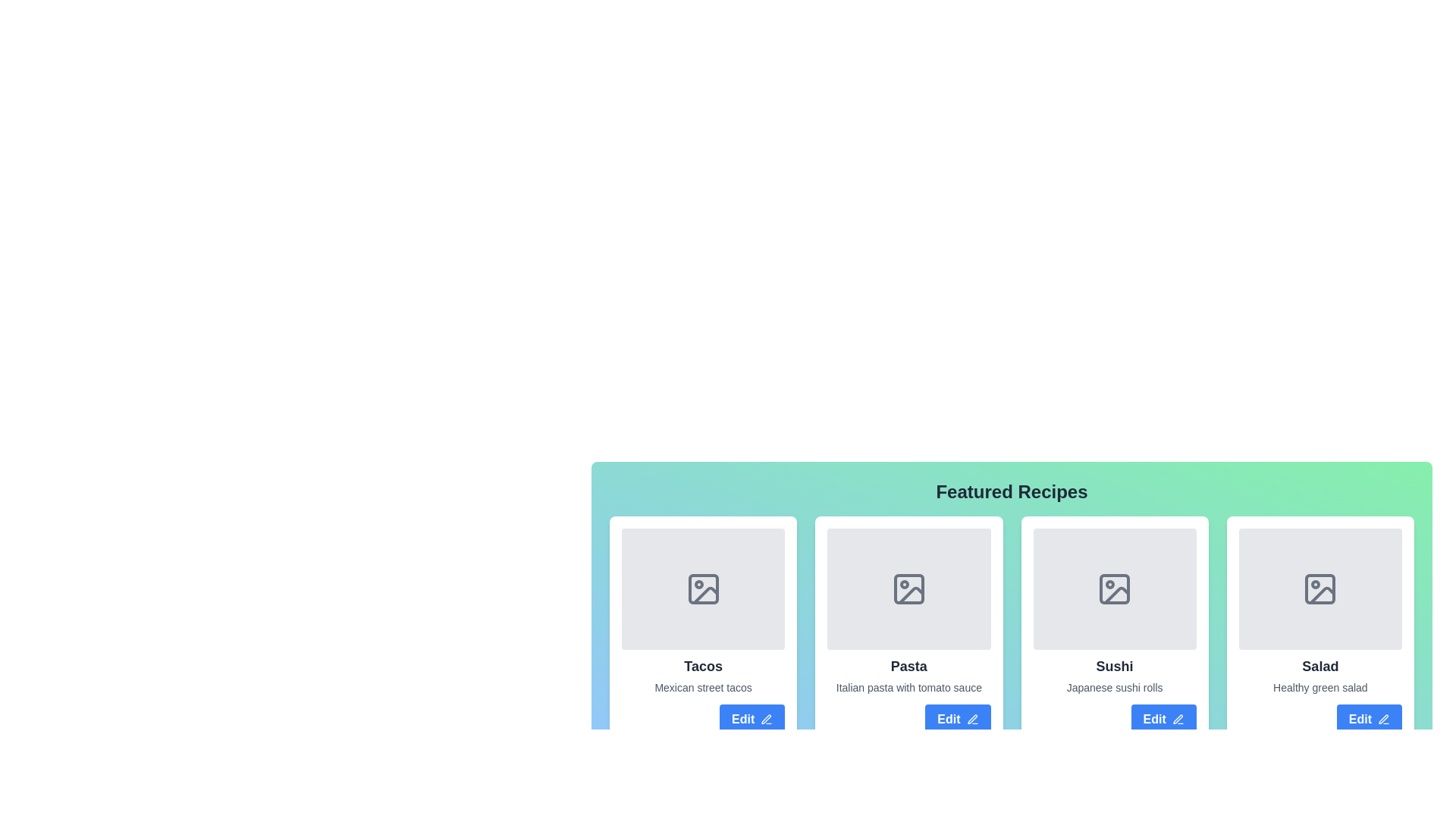 Image resolution: width=1456 pixels, height=819 pixels. What do you see at coordinates (702, 718) in the screenshot?
I see `the edit button located at the bottom-right of the card titled 'Tacos'` at bounding box center [702, 718].